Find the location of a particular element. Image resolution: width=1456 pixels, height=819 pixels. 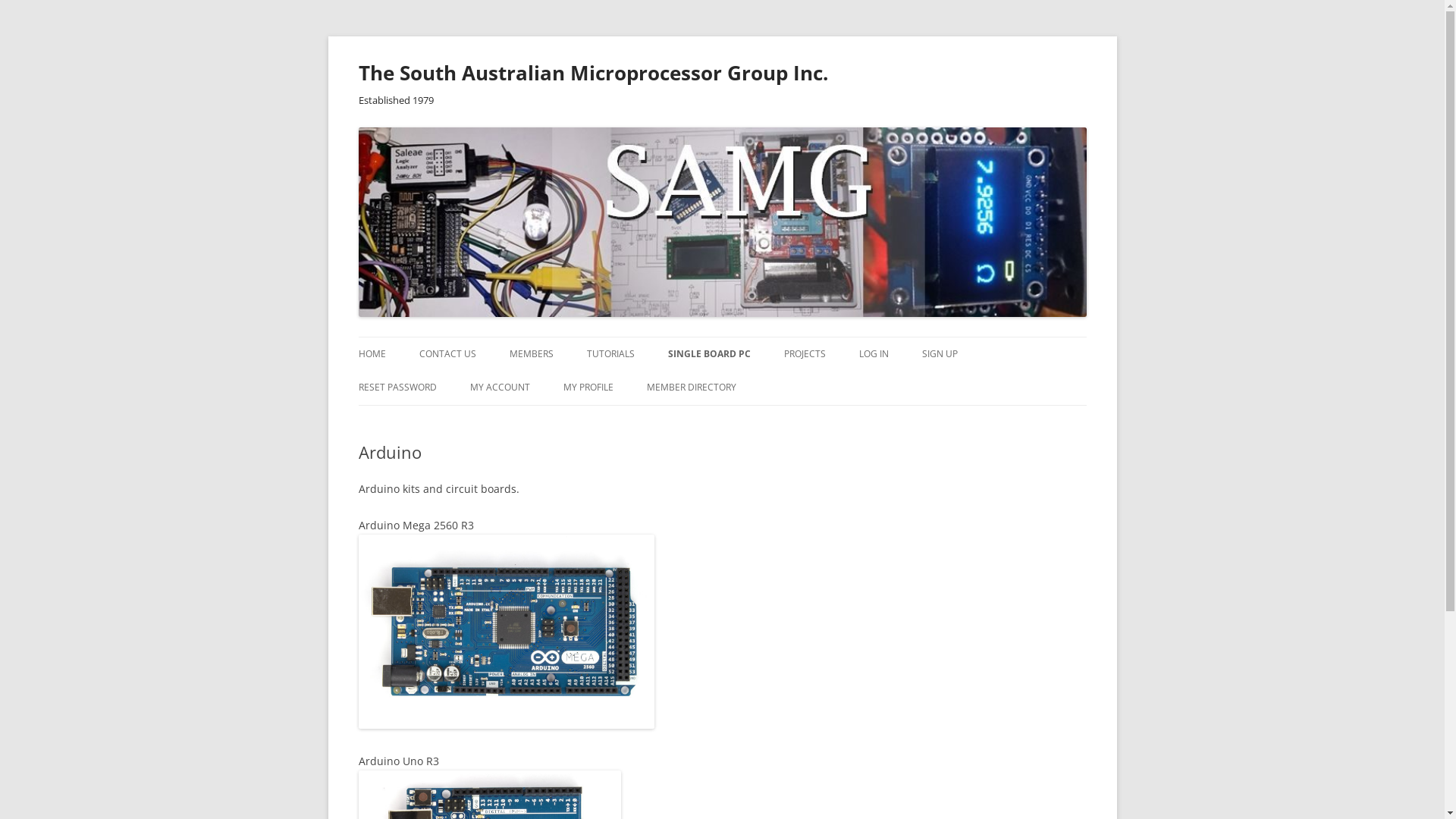

'HOME' is located at coordinates (371, 353).